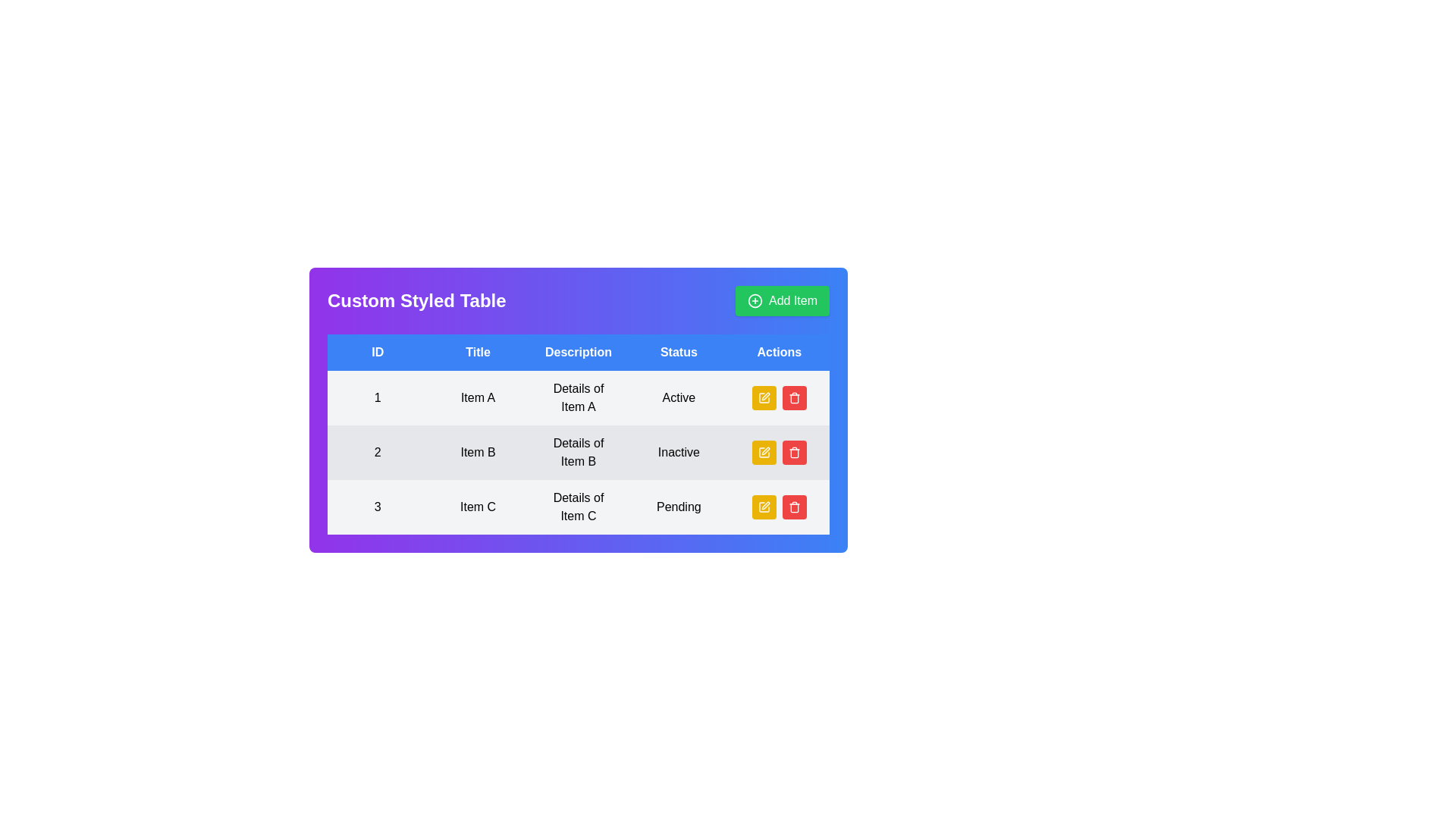 The image size is (1456, 819). What do you see at coordinates (378, 397) in the screenshot?
I see `the static table cell located in the first column of the first row, which serves as a numeric identifier for the corresponding row in the table` at bounding box center [378, 397].